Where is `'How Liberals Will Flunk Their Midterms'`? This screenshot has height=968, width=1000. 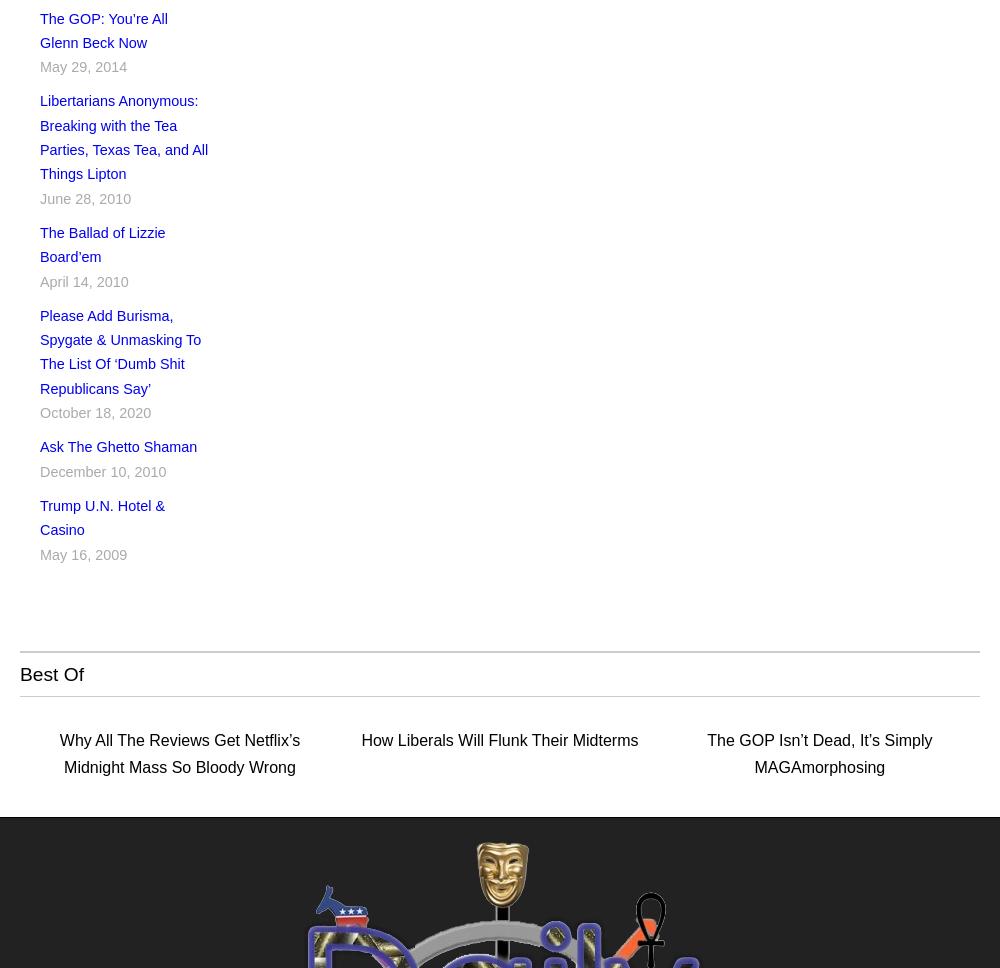 'How Liberals Will Flunk Their Midterms' is located at coordinates (498, 740).